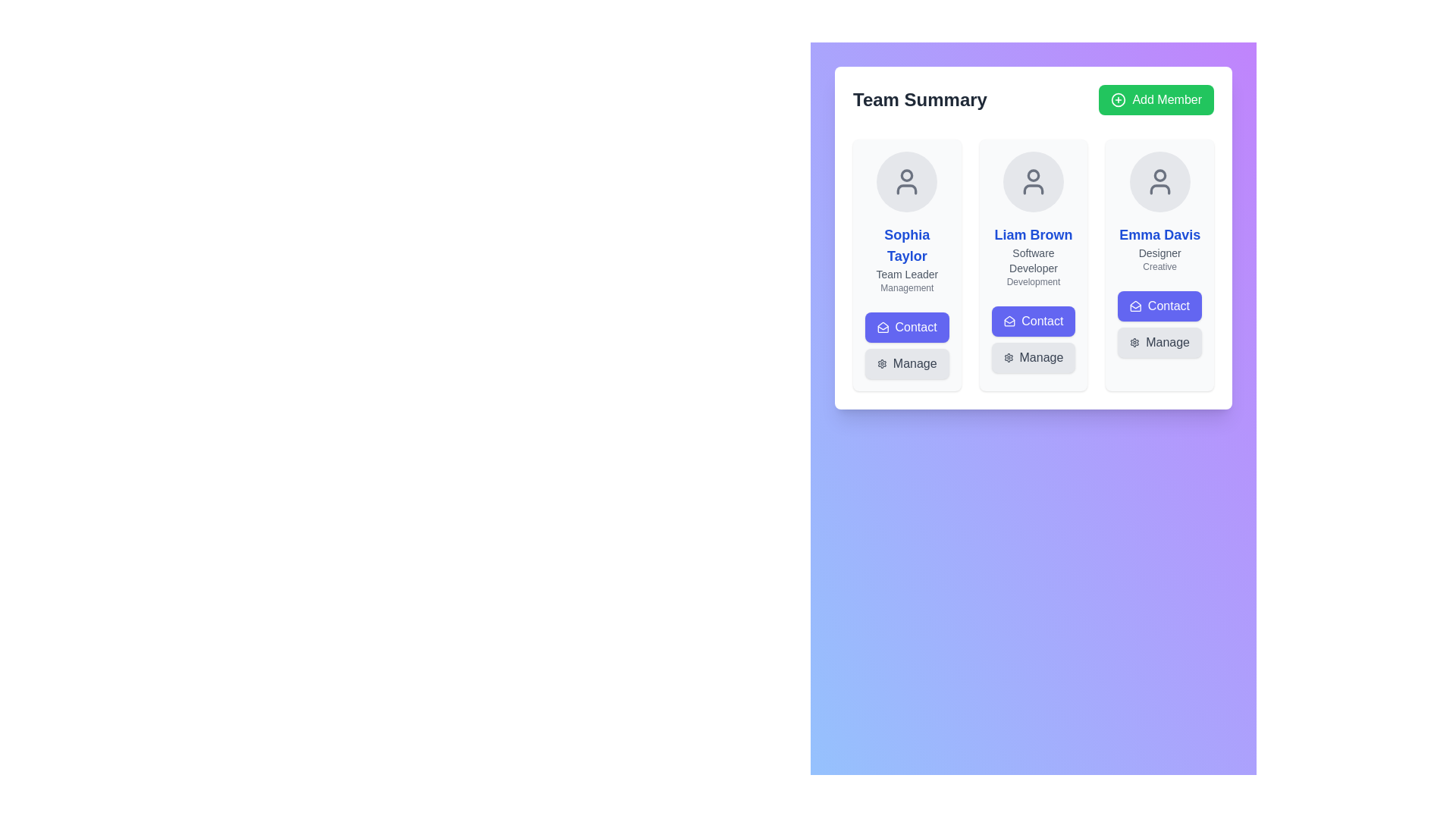 Image resolution: width=1456 pixels, height=819 pixels. Describe the element at coordinates (882, 363) in the screenshot. I see `the cogwheel icon located centrally within a card layout, positioned beneath the 'Add Member' button and above the user profiles grid` at that location.